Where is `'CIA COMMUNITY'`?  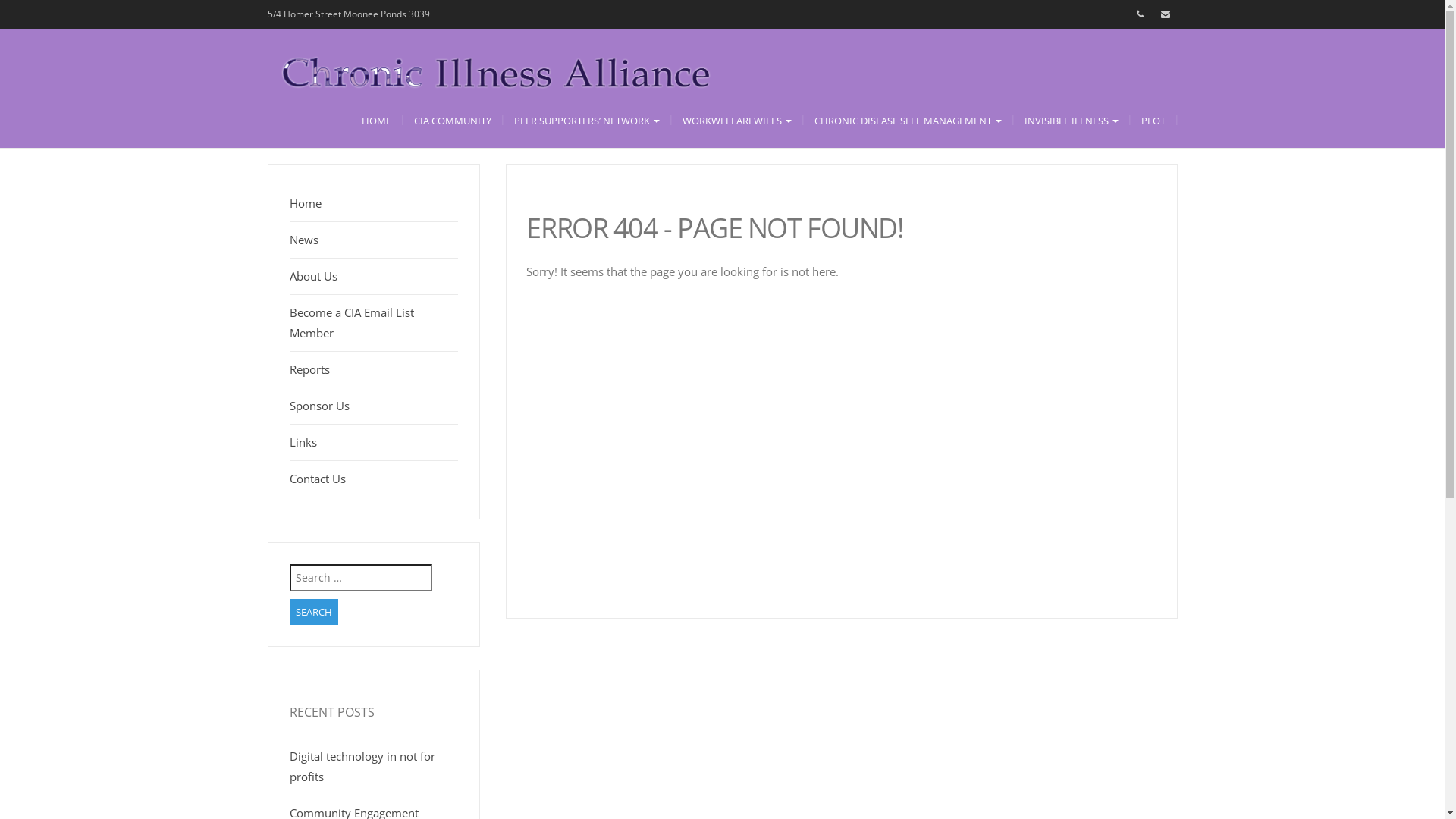
'CIA COMMUNITY' is located at coordinates (450, 119).